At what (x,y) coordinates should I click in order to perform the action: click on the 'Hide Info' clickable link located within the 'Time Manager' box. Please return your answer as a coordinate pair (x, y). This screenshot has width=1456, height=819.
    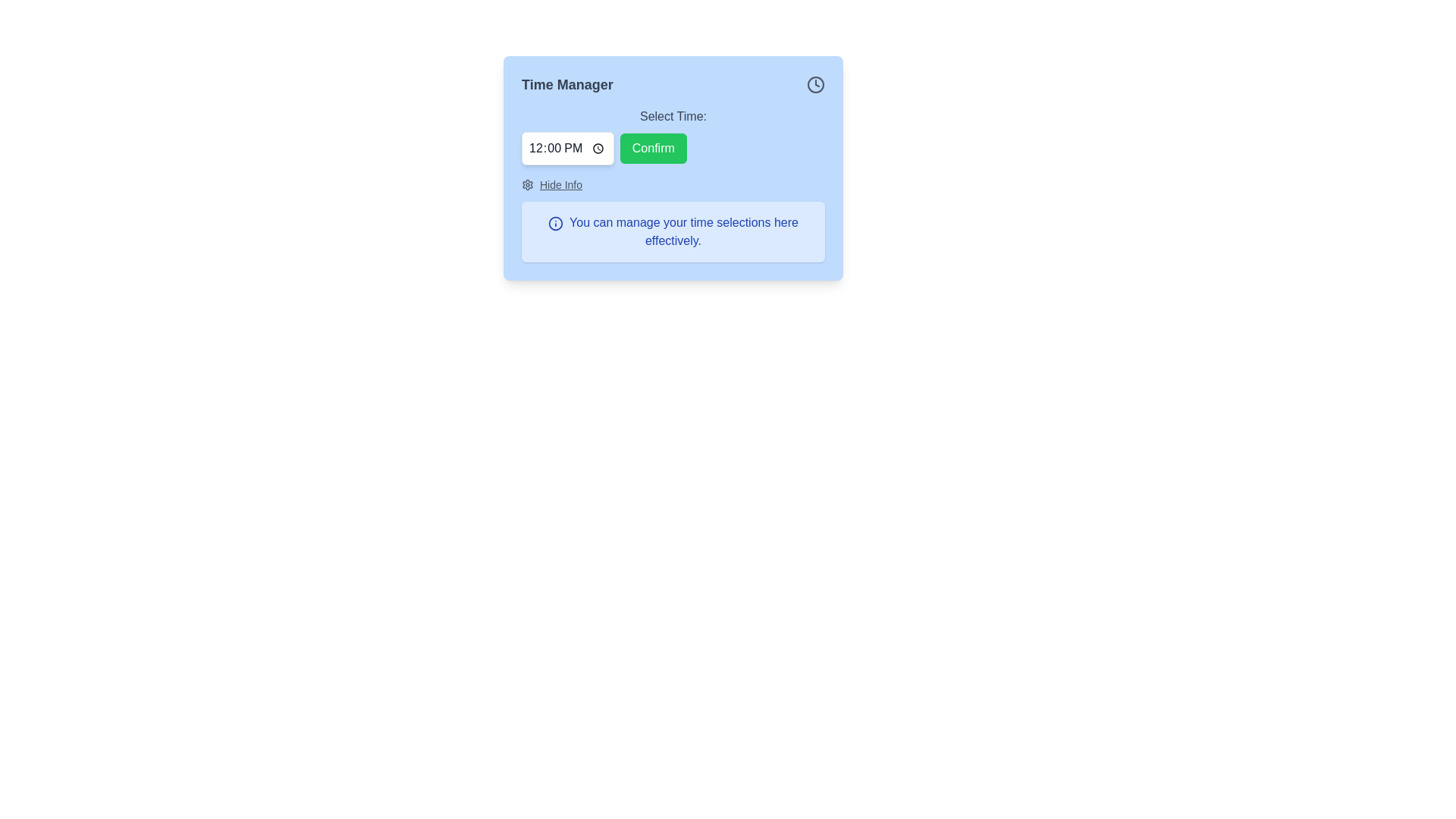
    Looking at the image, I should click on (551, 184).